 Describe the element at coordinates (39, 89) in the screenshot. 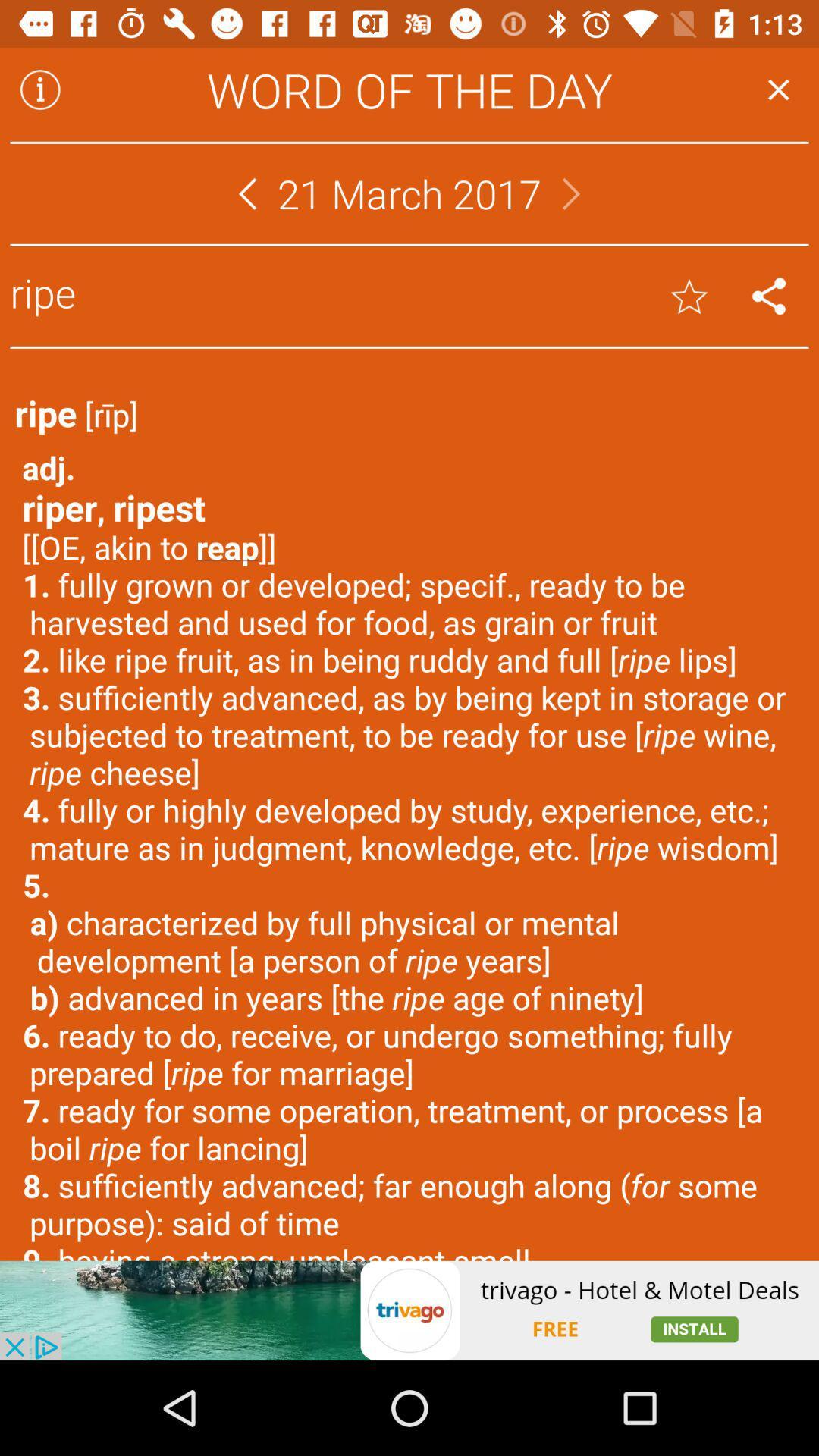

I see `show information` at that location.